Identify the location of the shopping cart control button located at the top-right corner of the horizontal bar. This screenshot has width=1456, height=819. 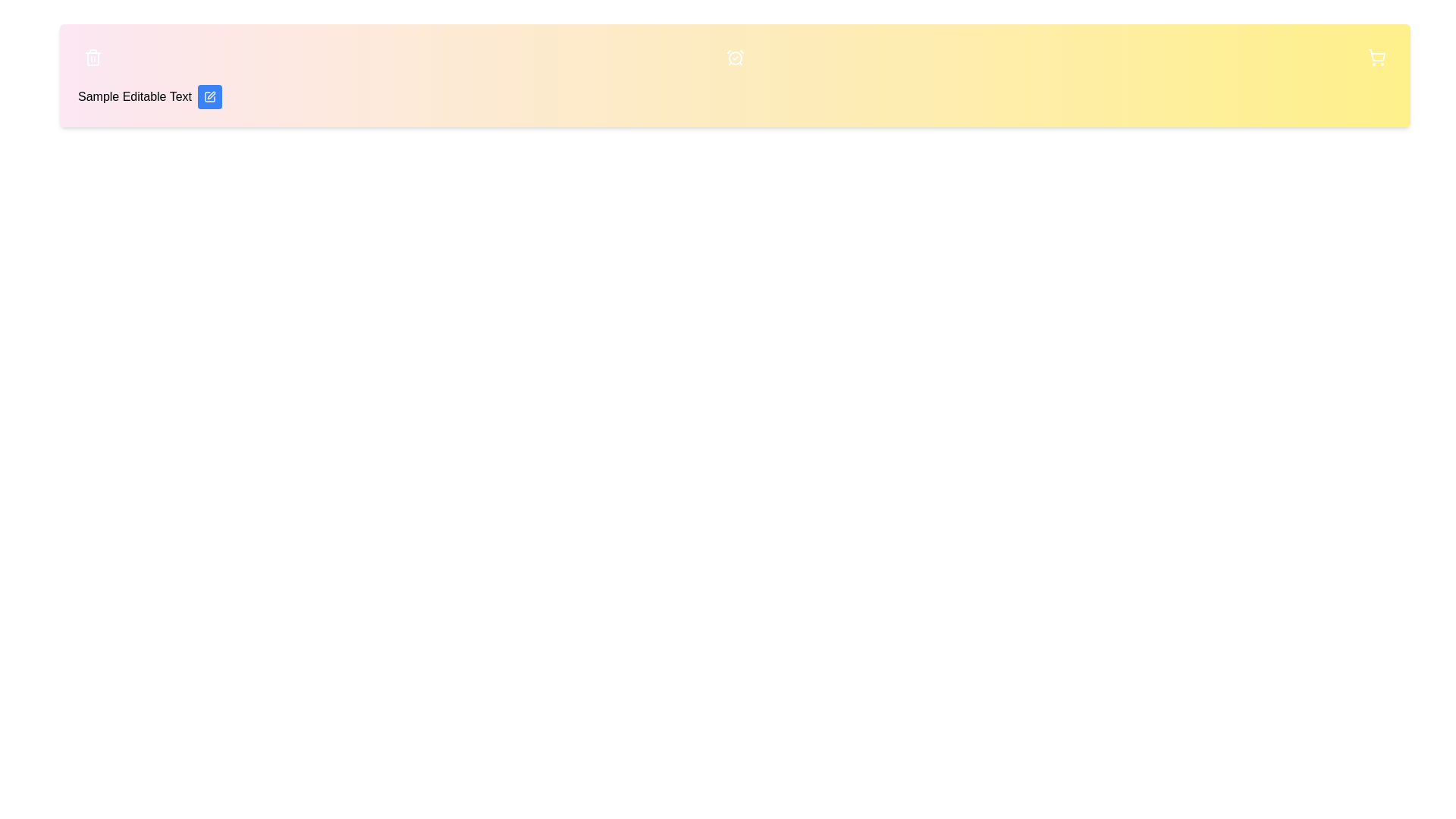
(1376, 57).